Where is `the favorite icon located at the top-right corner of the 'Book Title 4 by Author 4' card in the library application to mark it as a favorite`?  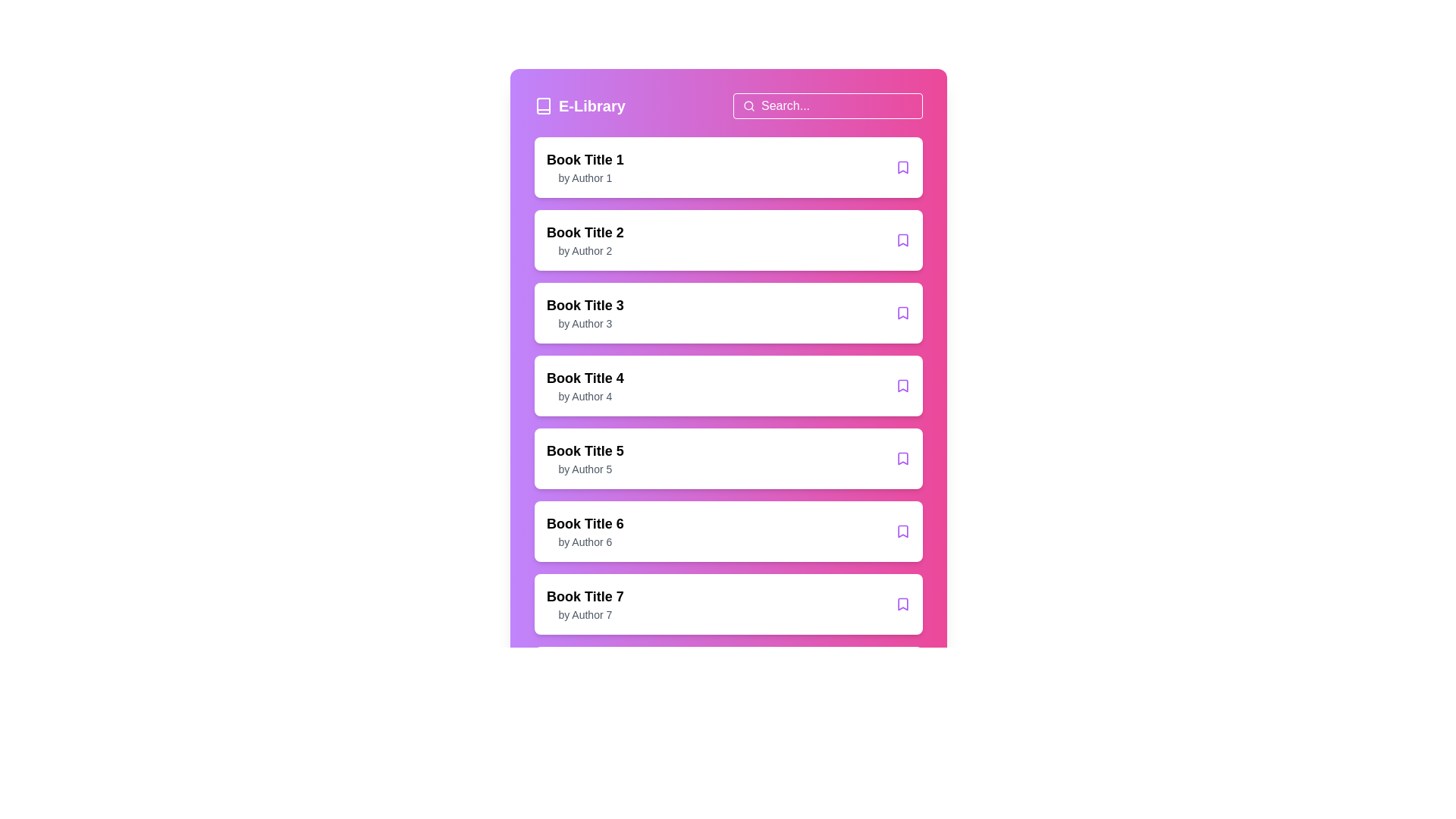 the favorite icon located at the top-right corner of the 'Book Title 4 by Author 4' card in the library application to mark it as a favorite is located at coordinates (902, 385).